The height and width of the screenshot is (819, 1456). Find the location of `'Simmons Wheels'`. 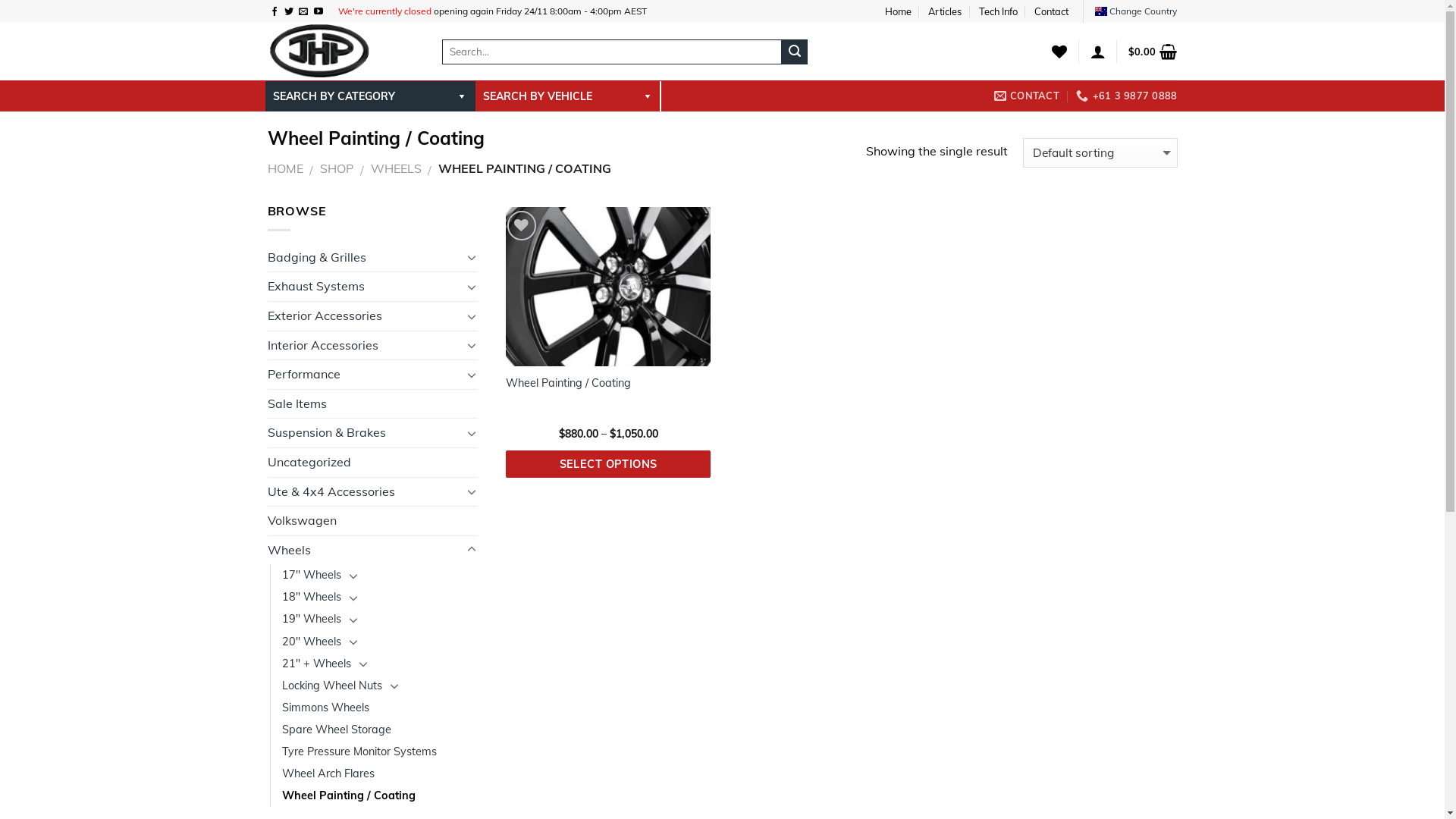

'Simmons Wheels' is located at coordinates (325, 708).